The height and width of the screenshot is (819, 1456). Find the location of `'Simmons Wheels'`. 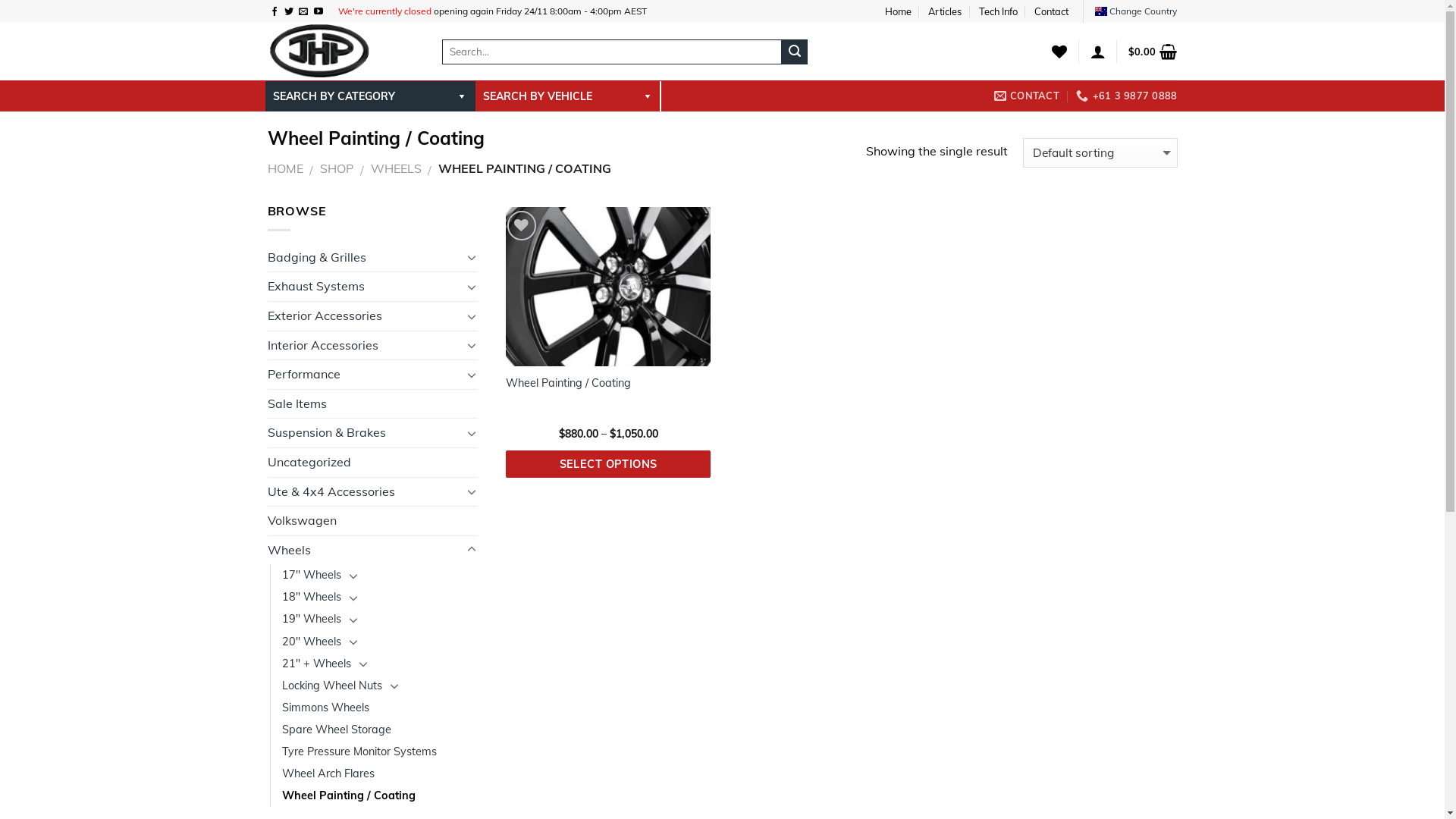

'Simmons Wheels' is located at coordinates (325, 708).